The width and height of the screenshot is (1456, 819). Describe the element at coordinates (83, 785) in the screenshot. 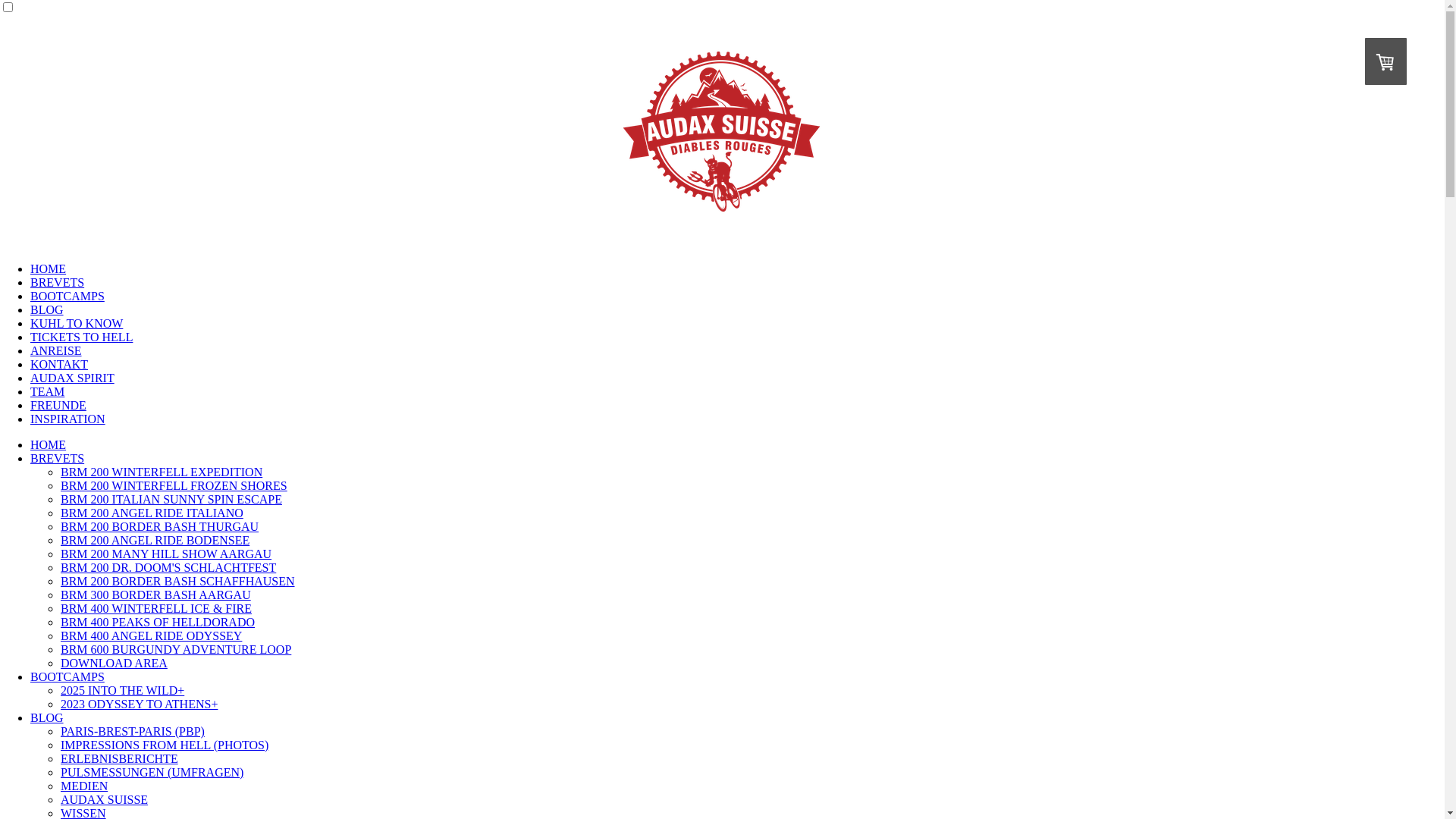

I see `'MEDIEN'` at that location.